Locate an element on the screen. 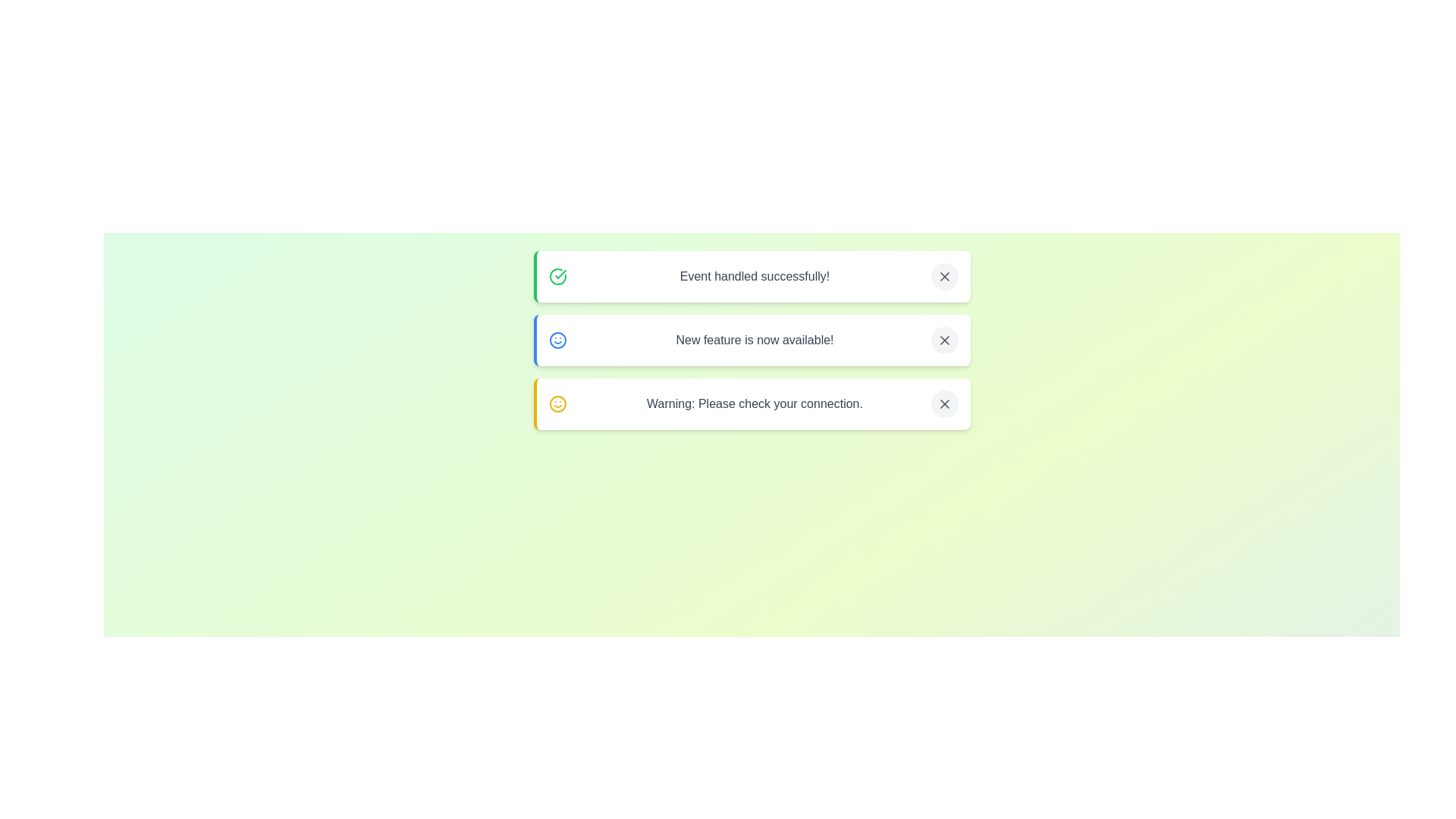 This screenshot has width=1456, height=819. the warning message text label that displays connectivity issues, located in the lowest notification box to the right of a yellow icon is located at coordinates (755, 403).